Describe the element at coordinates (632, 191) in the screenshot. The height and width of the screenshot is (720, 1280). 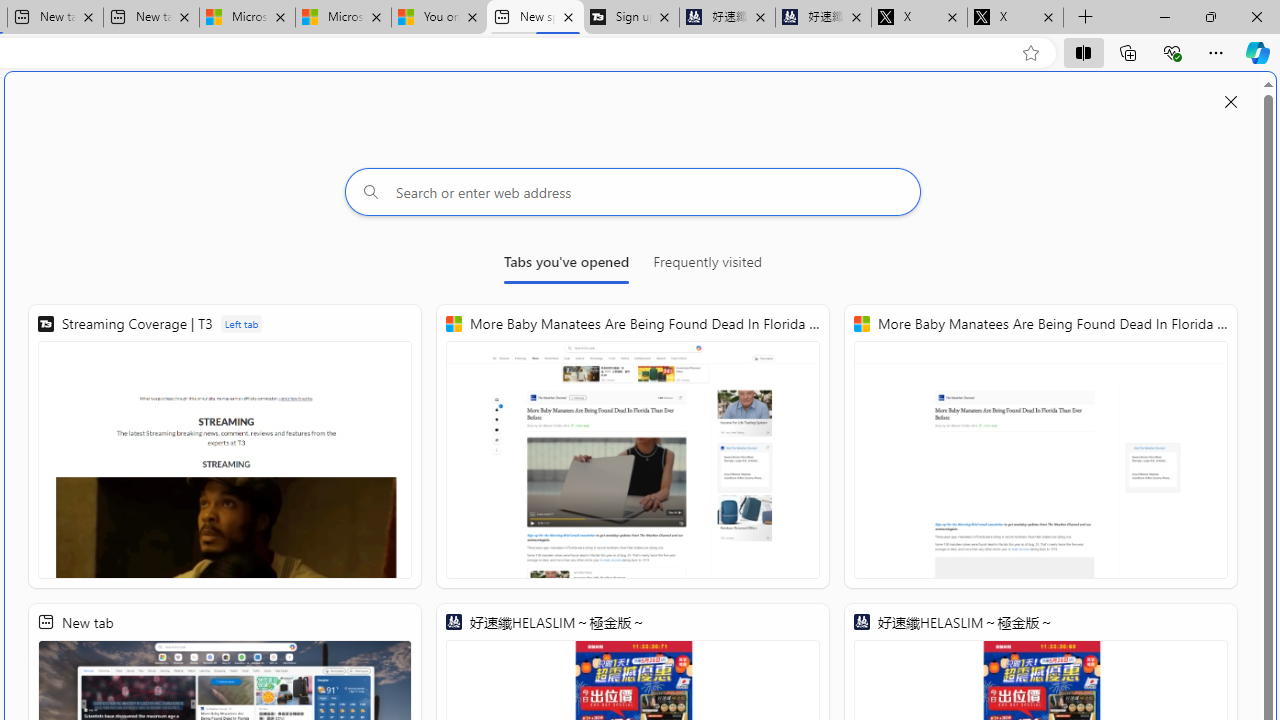
I see `'Search or enter web address'` at that location.